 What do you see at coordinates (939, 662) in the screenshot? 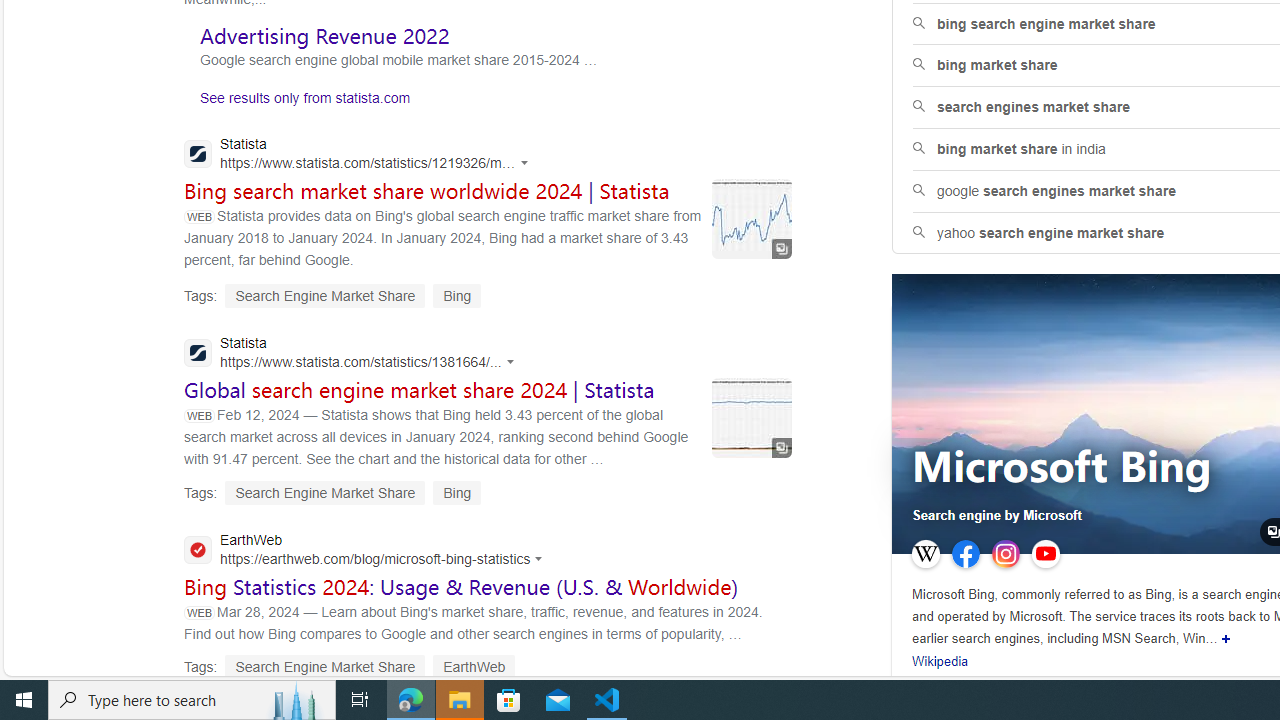
I see `'Wikipedia'` at bounding box center [939, 662].